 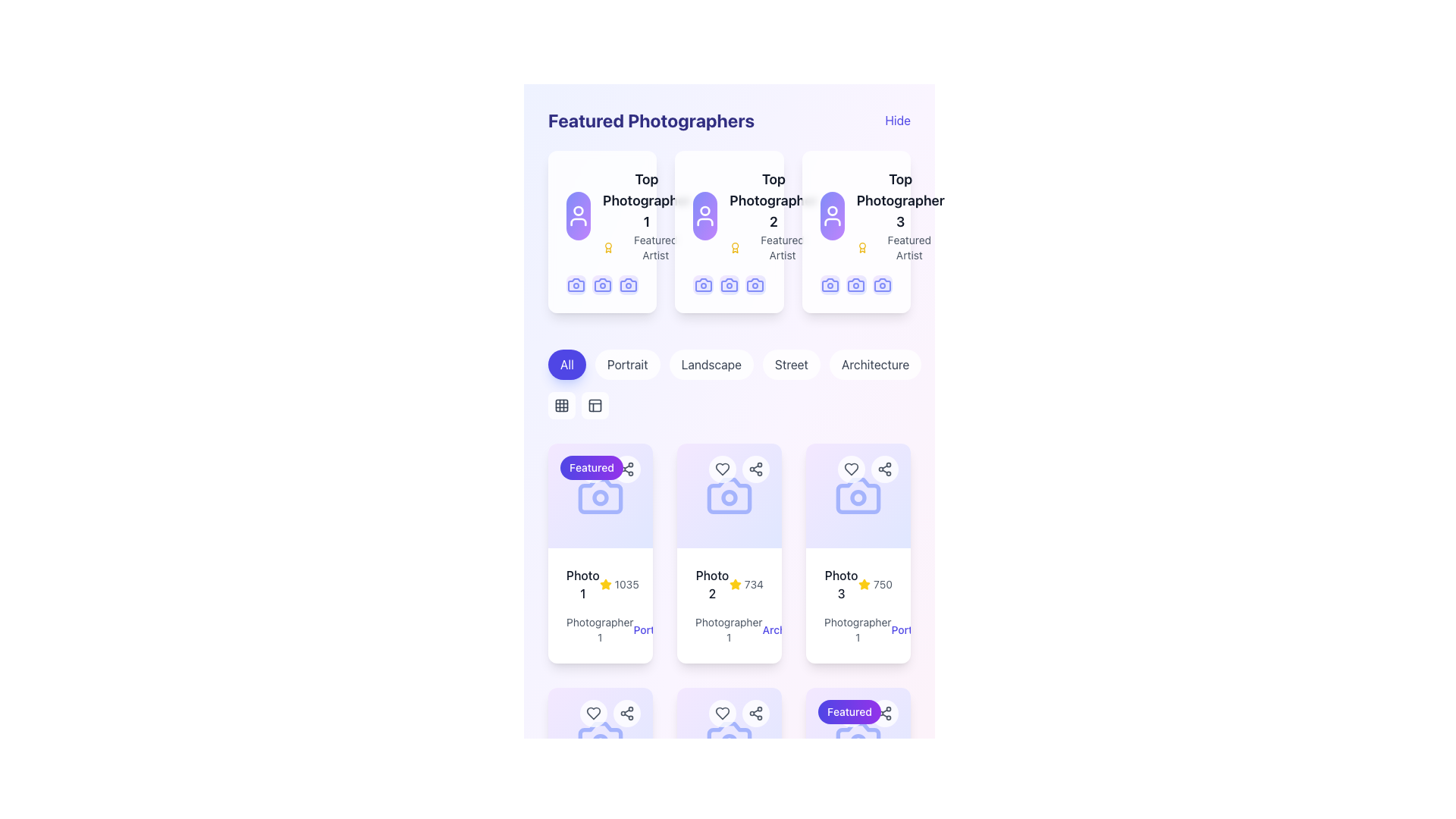 I want to click on the card containing the three light blue camera icons arranged horizontally, located in the middle of the 'Featured Photographers' section, so click(x=729, y=285).